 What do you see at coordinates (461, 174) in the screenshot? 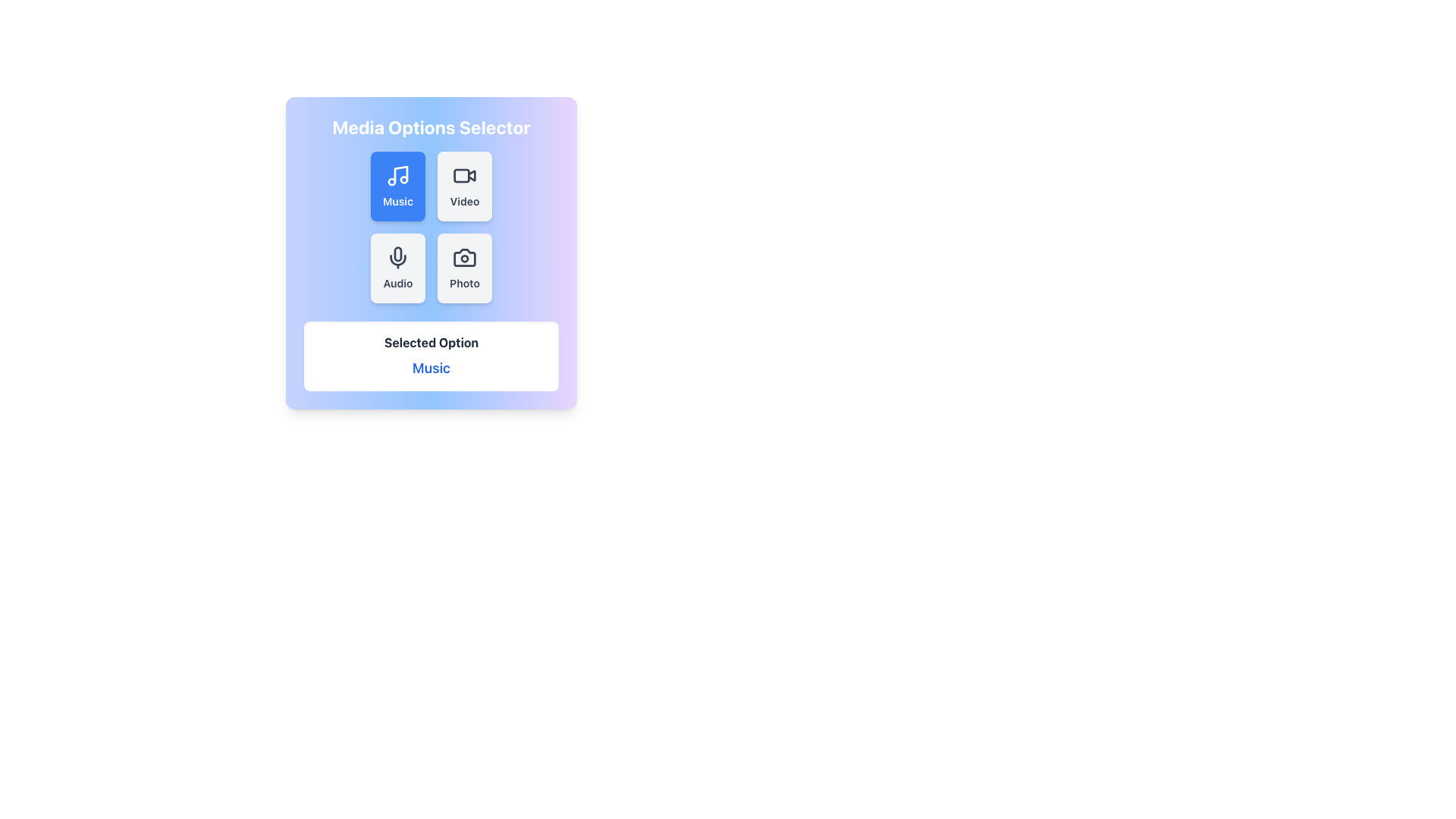
I see `the video camera icon component, which is a rectangle with rounded corners located above the 'Video' text label` at bounding box center [461, 174].